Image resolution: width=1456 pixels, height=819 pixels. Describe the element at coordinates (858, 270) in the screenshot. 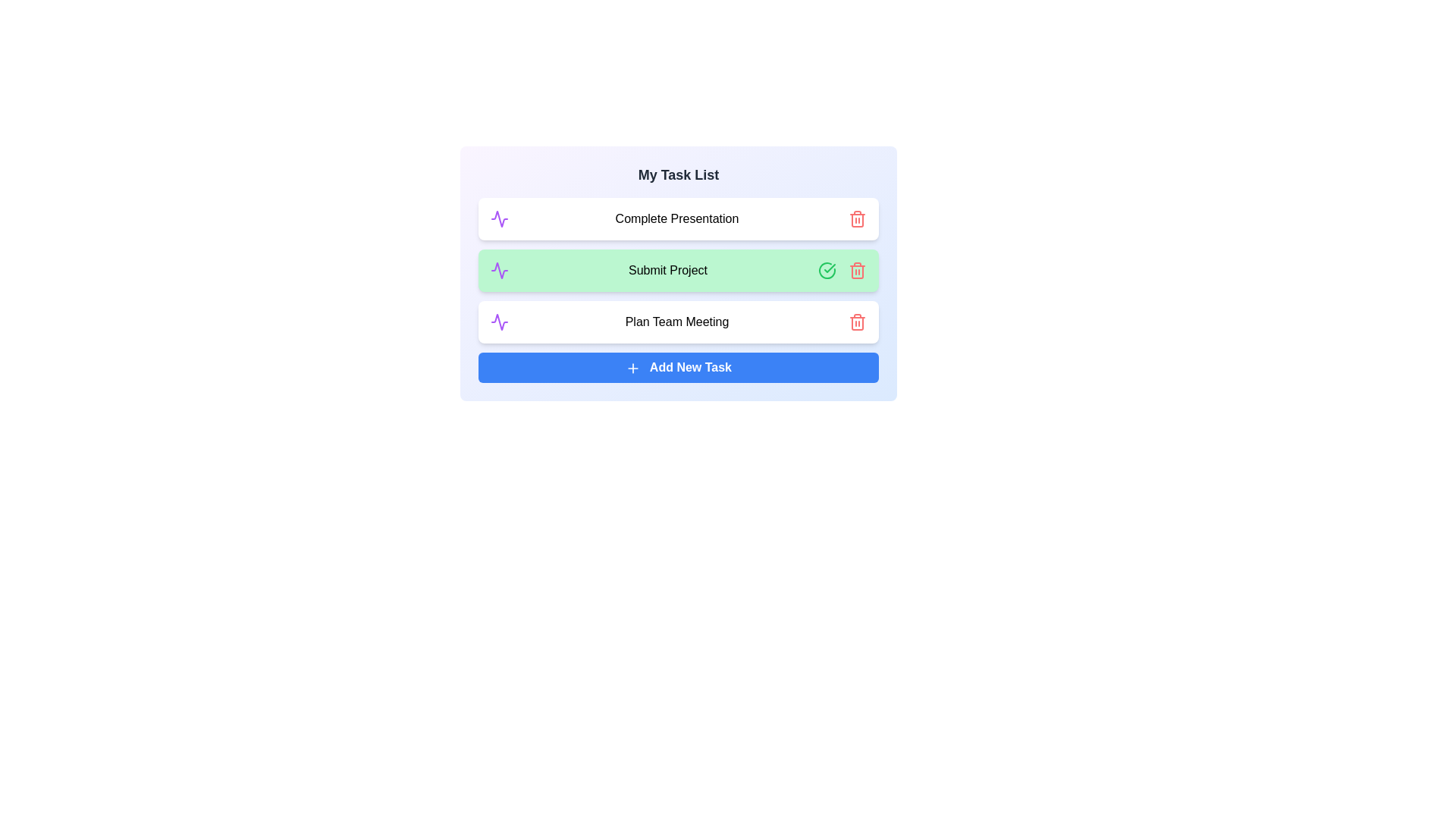

I see `the trash icon next to the task named Submit Project to delete it` at that location.